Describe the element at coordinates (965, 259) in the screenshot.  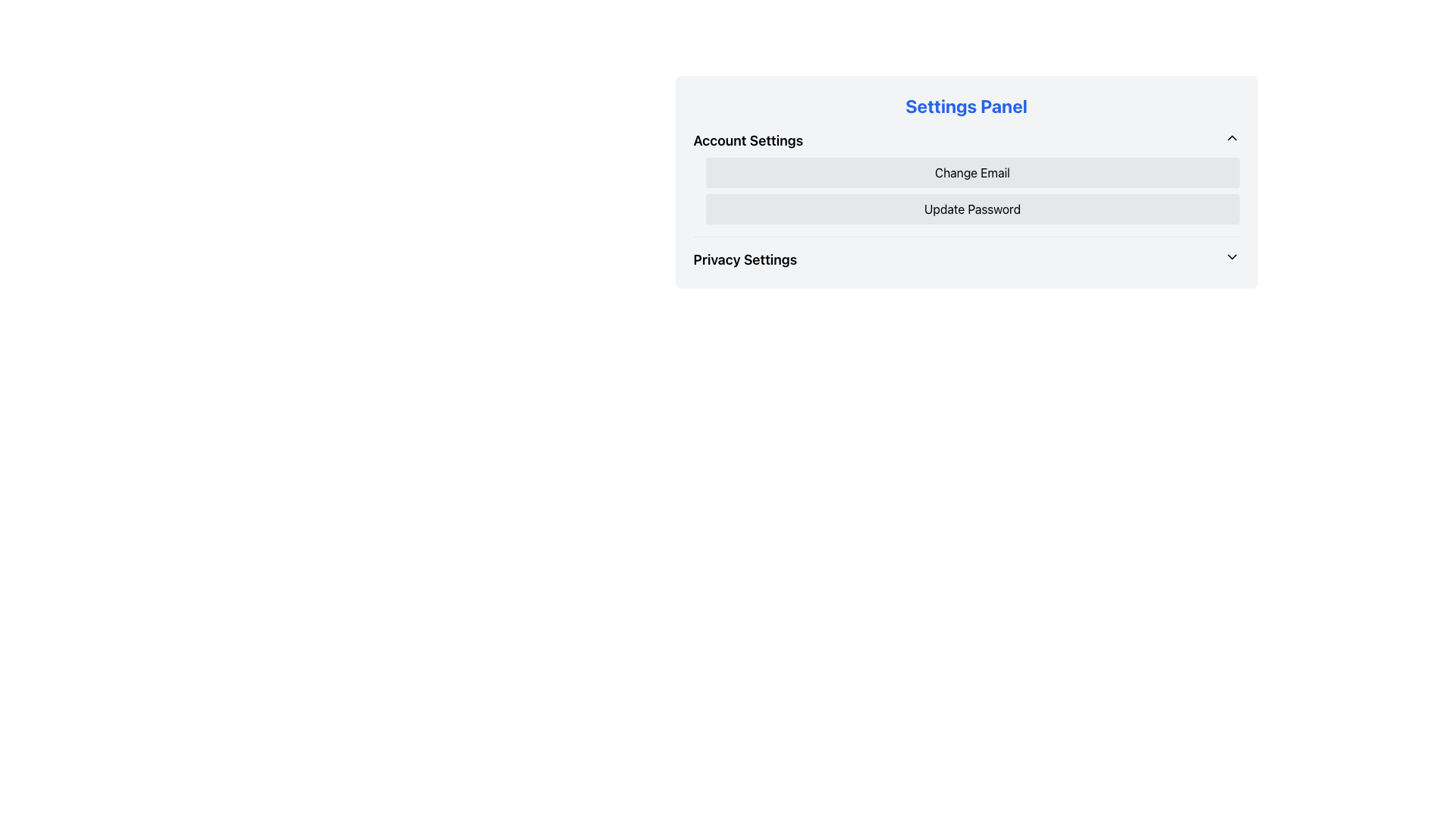
I see `the 'Privacy Settings' button located at the bottom of the settings panel` at that location.